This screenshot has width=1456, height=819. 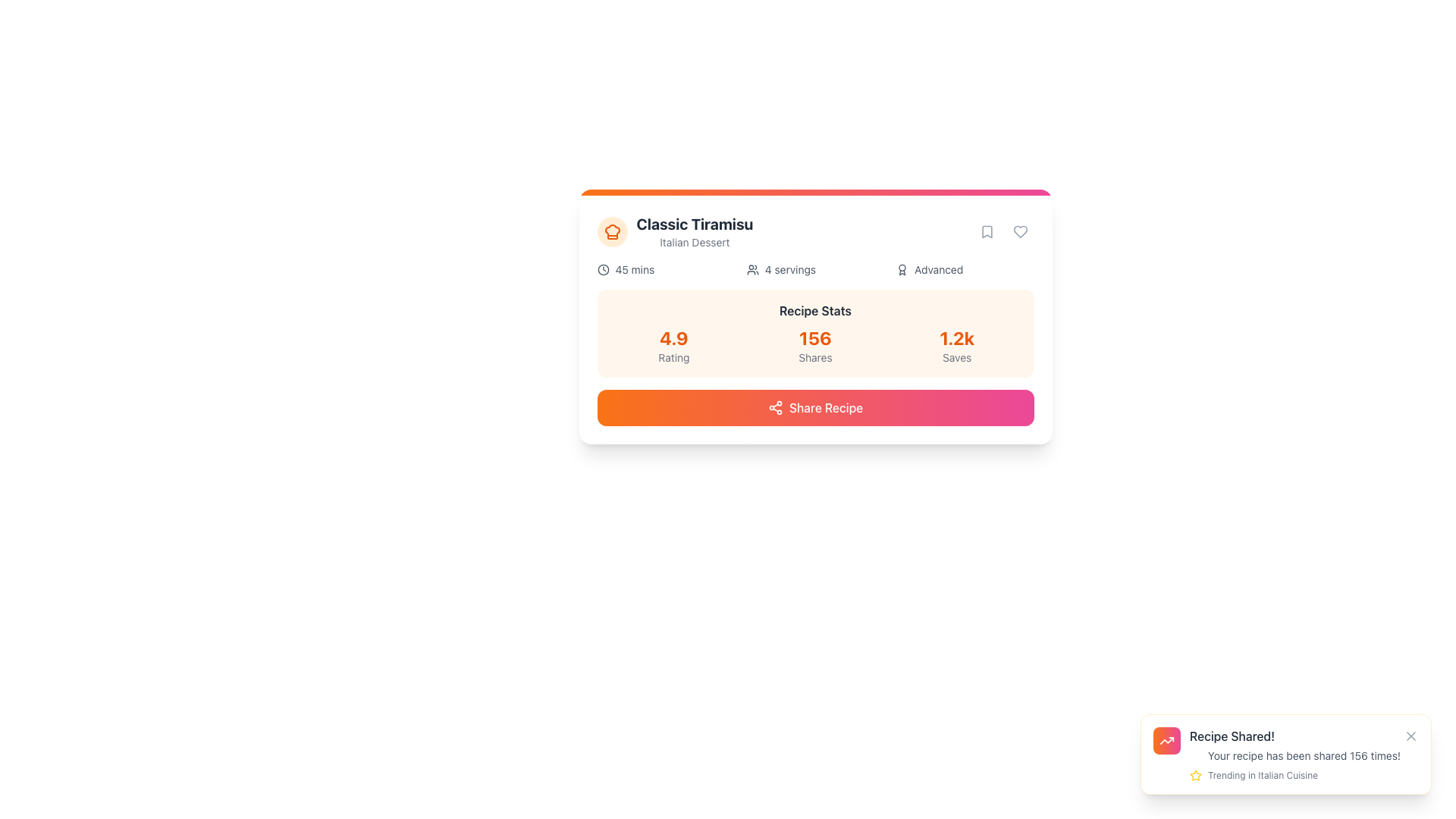 What do you see at coordinates (789, 268) in the screenshot?
I see `the Text Label that indicates the number of servings for the recipe, located to the right of a people icon and grouped with other recipe metadata at the top of the card` at bounding box center [789, 268].